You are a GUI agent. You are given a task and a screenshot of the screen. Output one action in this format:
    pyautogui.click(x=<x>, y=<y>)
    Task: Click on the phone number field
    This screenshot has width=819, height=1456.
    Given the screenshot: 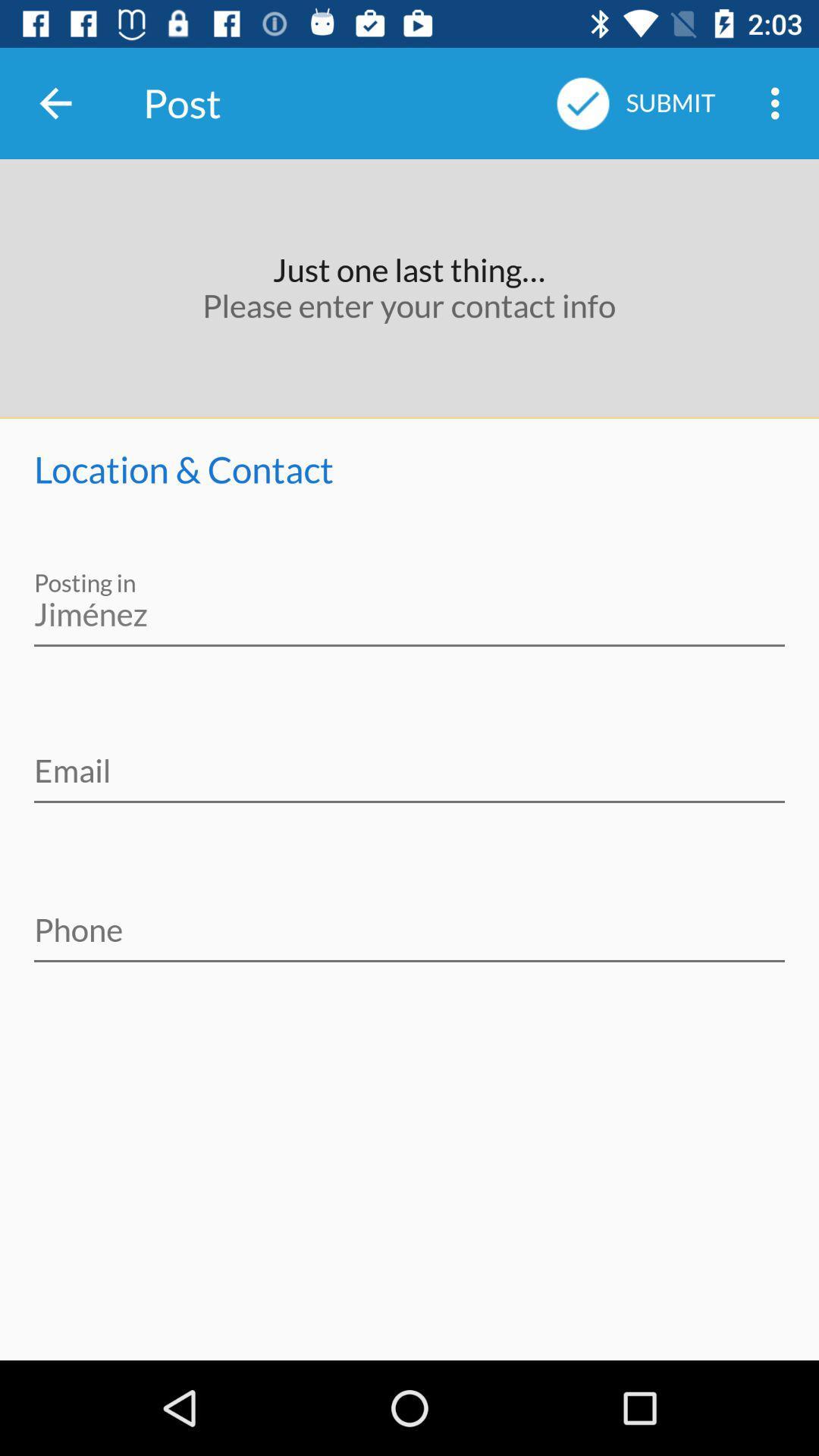 What is the action you would take?
    pyautogui.click(x=409, y=919)
    